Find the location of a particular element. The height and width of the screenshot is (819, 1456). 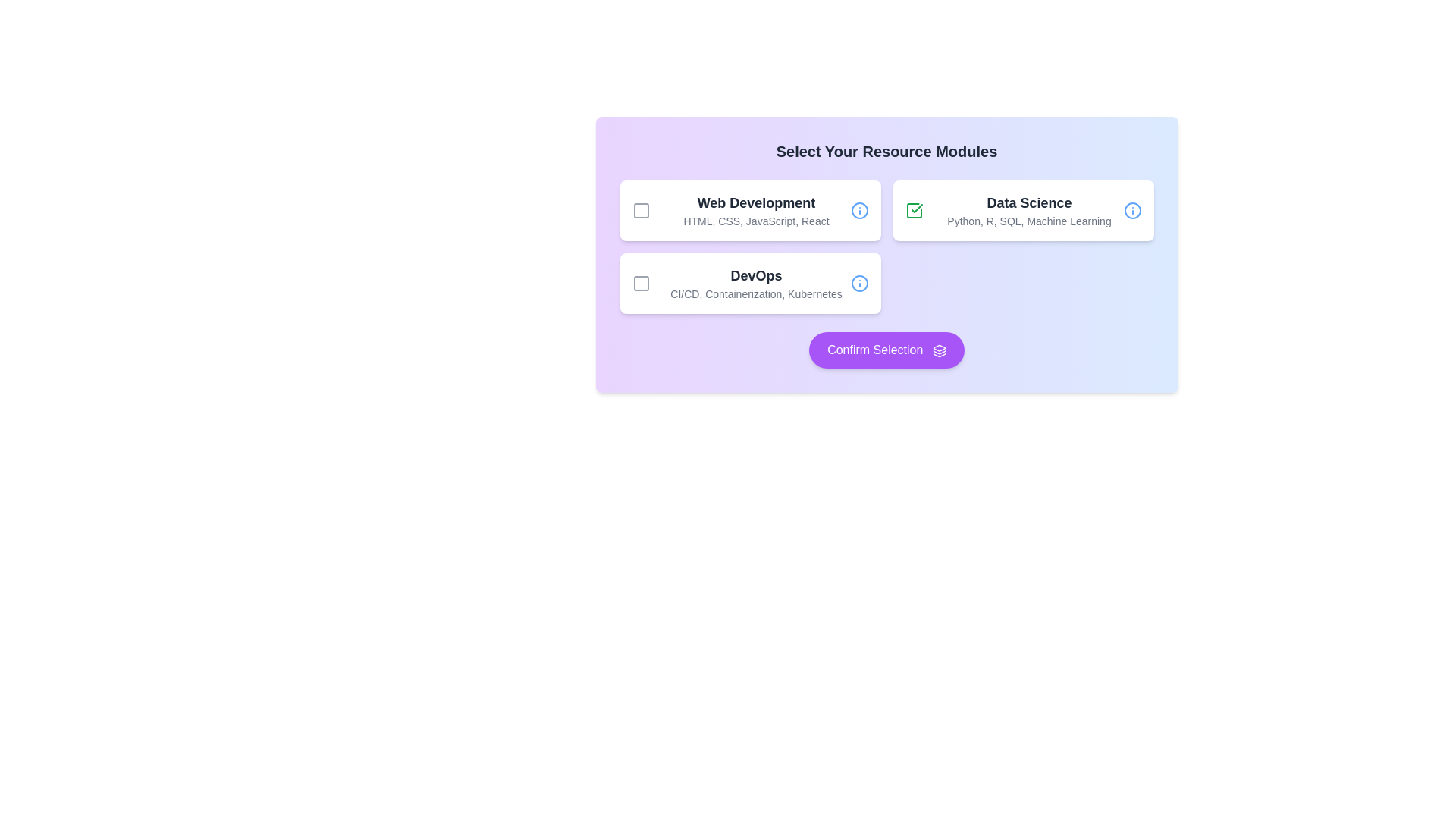

the checkbox icon located at the left edge of the 'DevOps' card is located at coordinates (641, 284).